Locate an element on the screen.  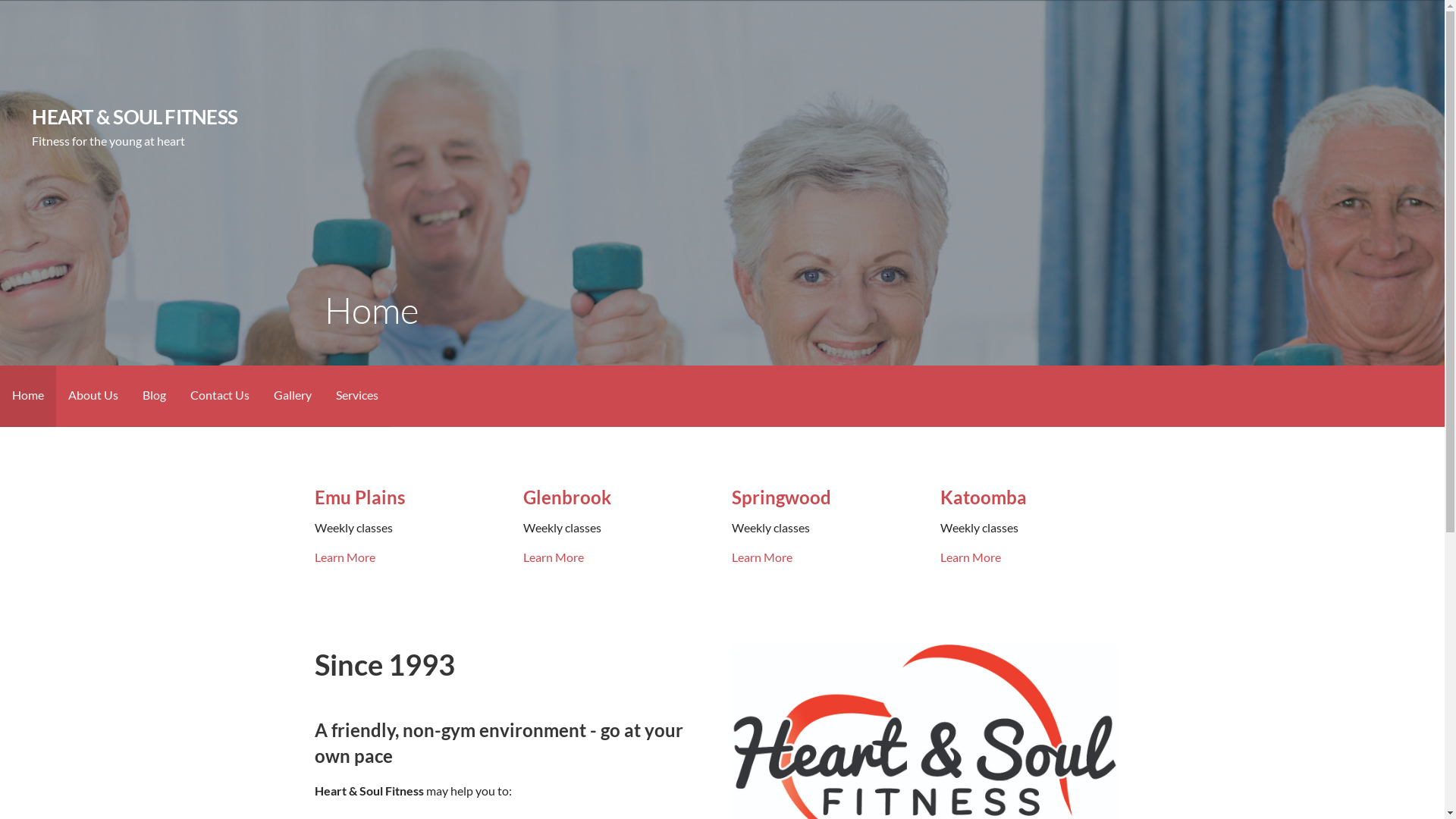
'Katoomba' is located at coordinates (983, 497).